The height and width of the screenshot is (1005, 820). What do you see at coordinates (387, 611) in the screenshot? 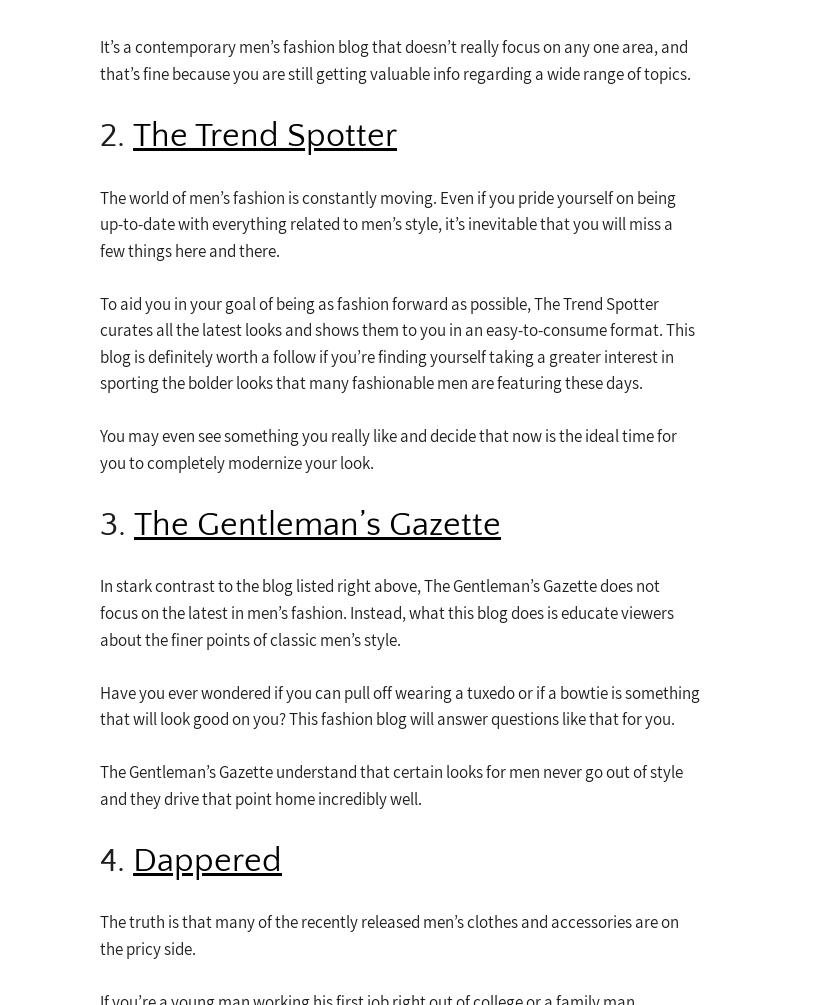
I see `'In stark contrast to the blog listed right above, The Gentleman’s Gazette does not focus on the latest in men’s fashion. Instead, what this blog does is educate viewers about the finer points of classic men’s style.'` at bounding box center [387, 611].